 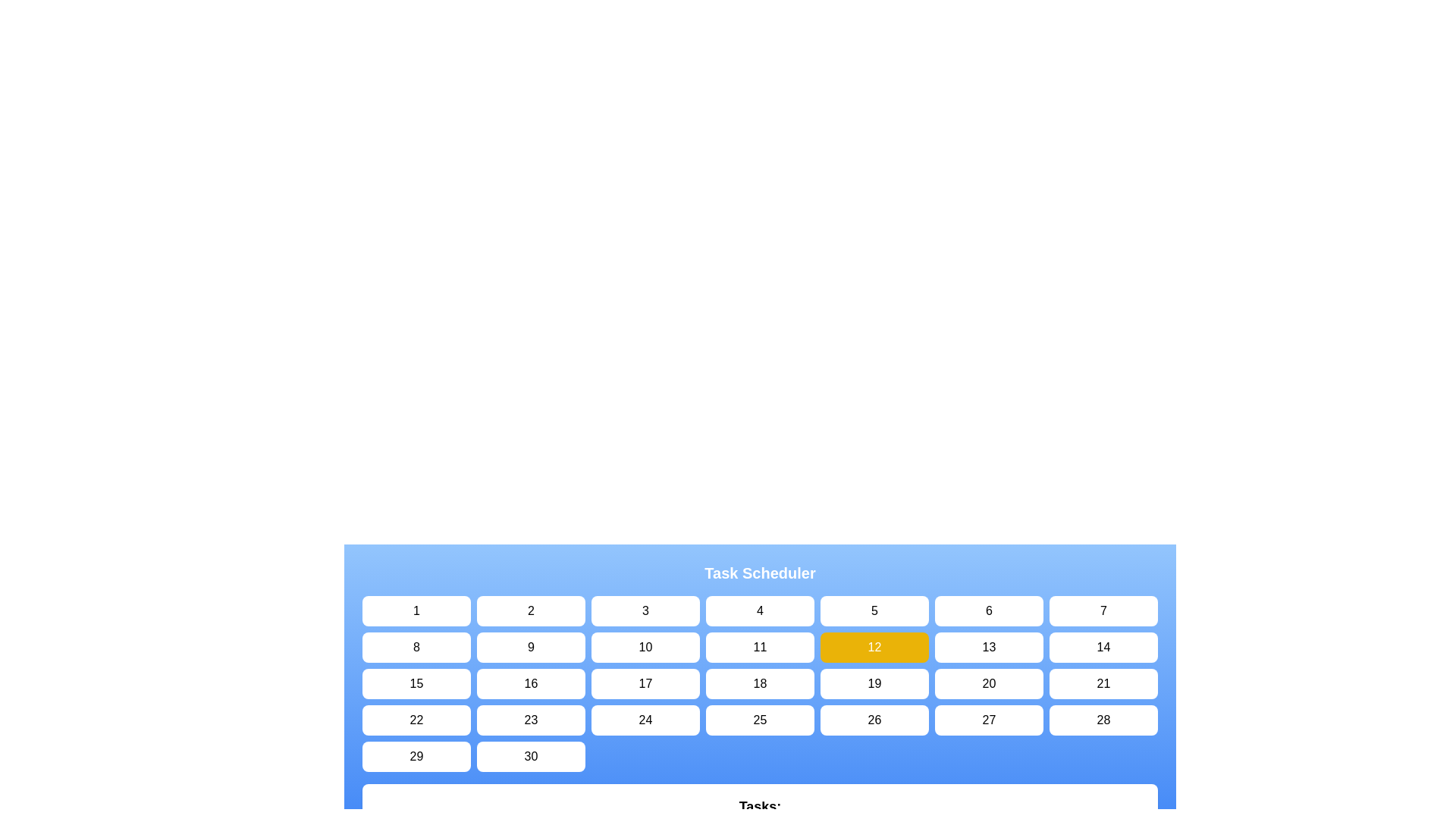 What do you see at coordinates (416, 610) in the screenshot?
I see `the button for the number '1', located in the top-left corner of the grid structure` at bounding box center [416, 610].